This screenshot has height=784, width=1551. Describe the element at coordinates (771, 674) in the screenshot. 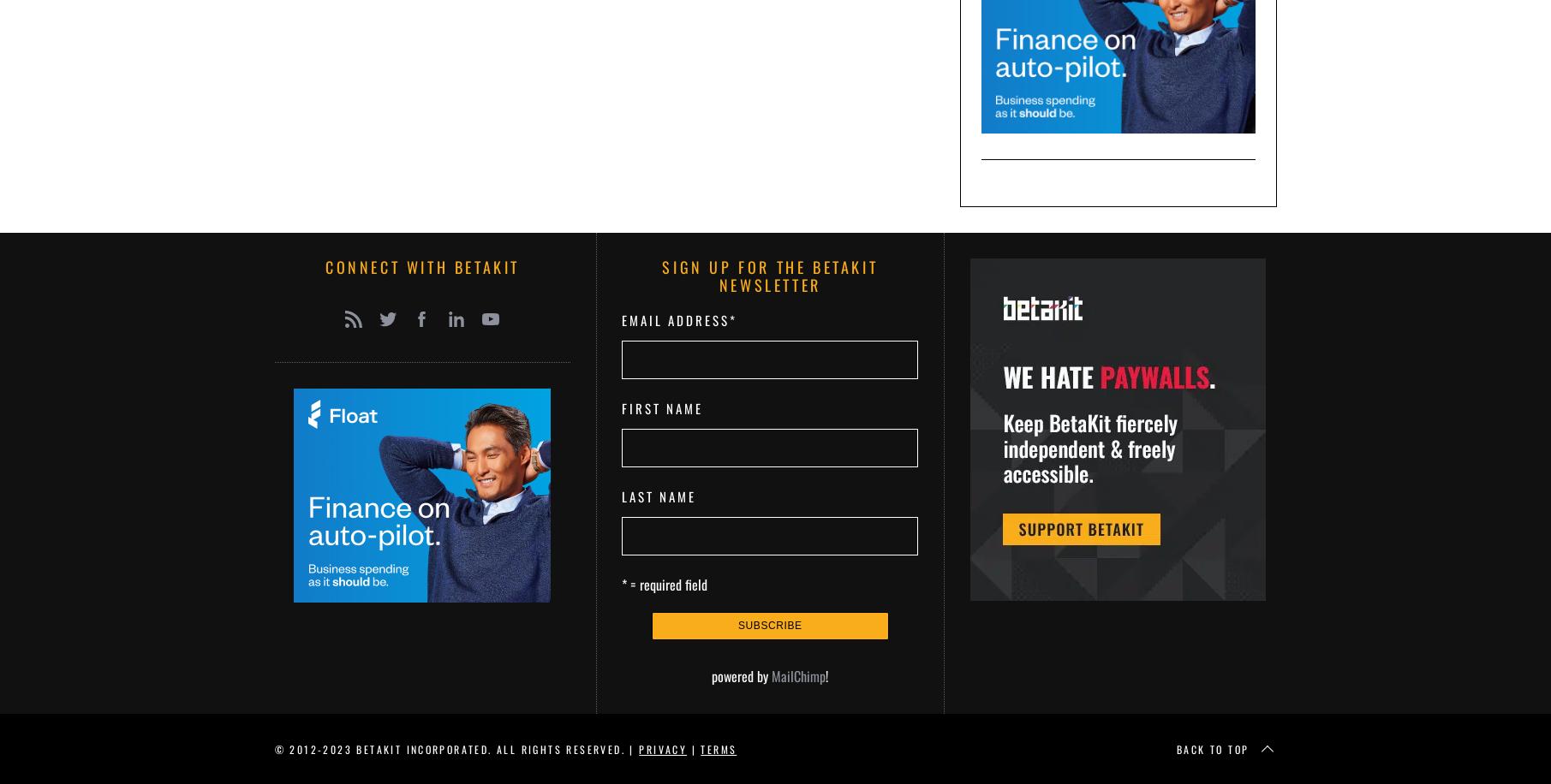

I see `'MailChimp'` at that location.